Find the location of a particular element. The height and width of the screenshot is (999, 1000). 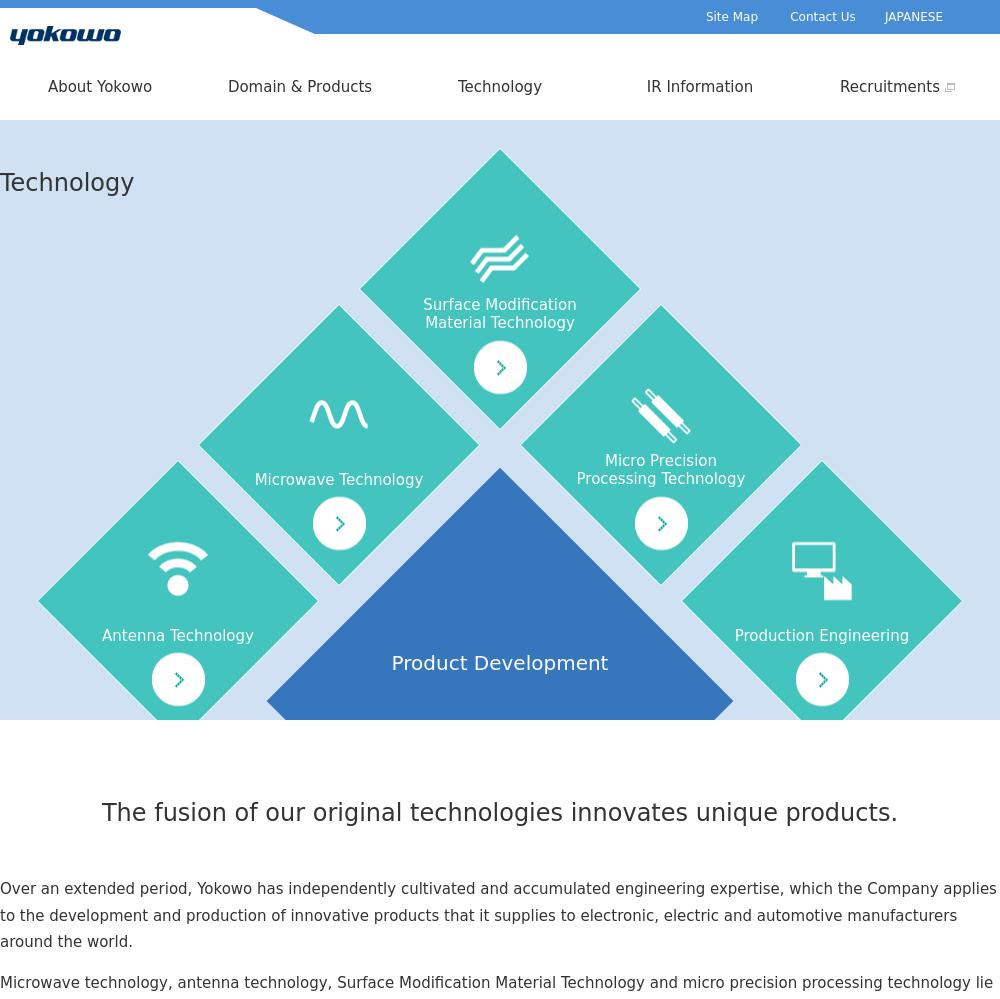

'Site Map' is located at coordinates (730, 16).